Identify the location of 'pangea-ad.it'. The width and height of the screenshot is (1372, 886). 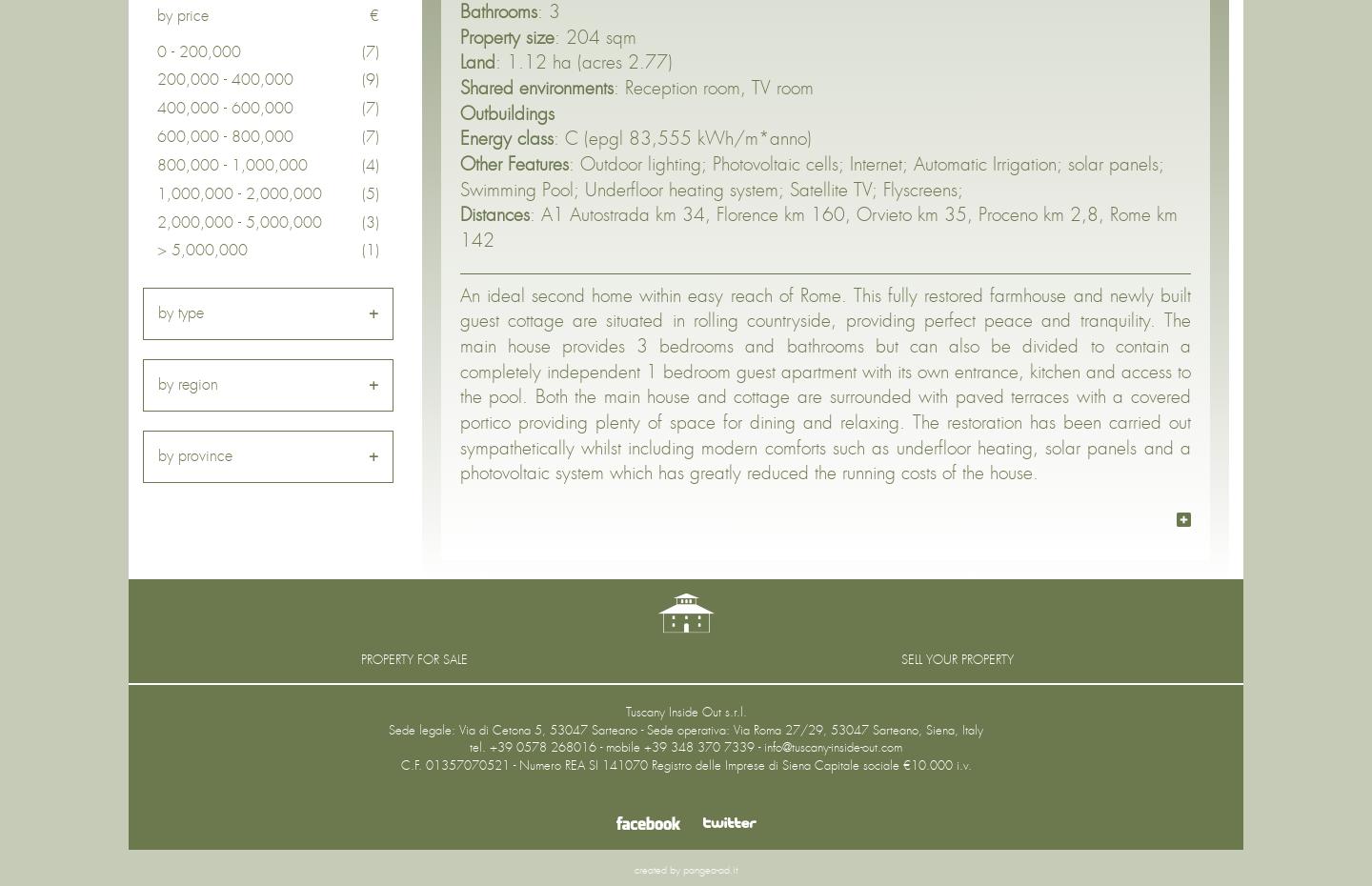
(709, 870).